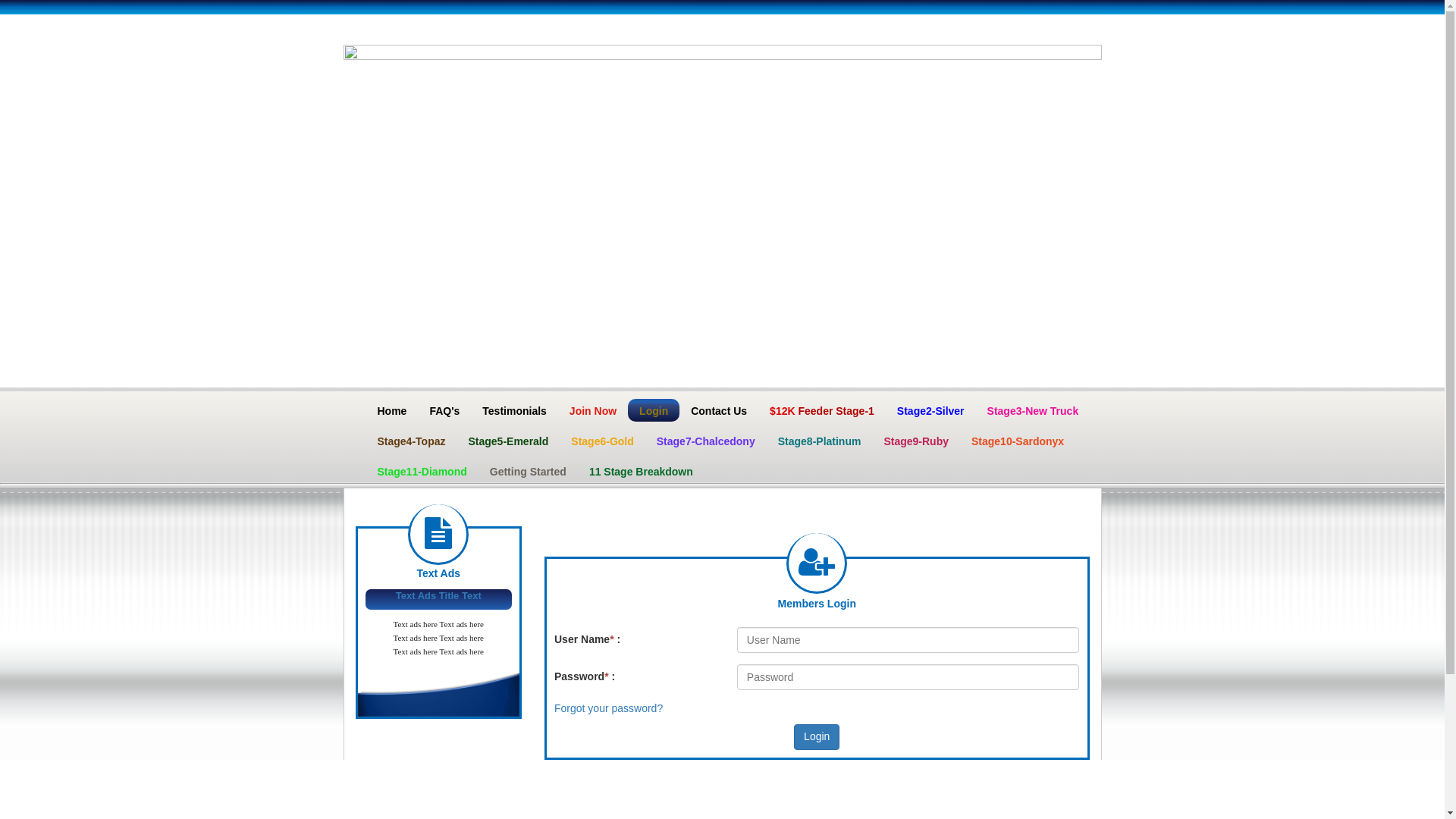  What do you see at coordinates (821, 409) in the screenshot?
I see `'$12K Feeder Stage-1'` at bounding box center [821, 409].